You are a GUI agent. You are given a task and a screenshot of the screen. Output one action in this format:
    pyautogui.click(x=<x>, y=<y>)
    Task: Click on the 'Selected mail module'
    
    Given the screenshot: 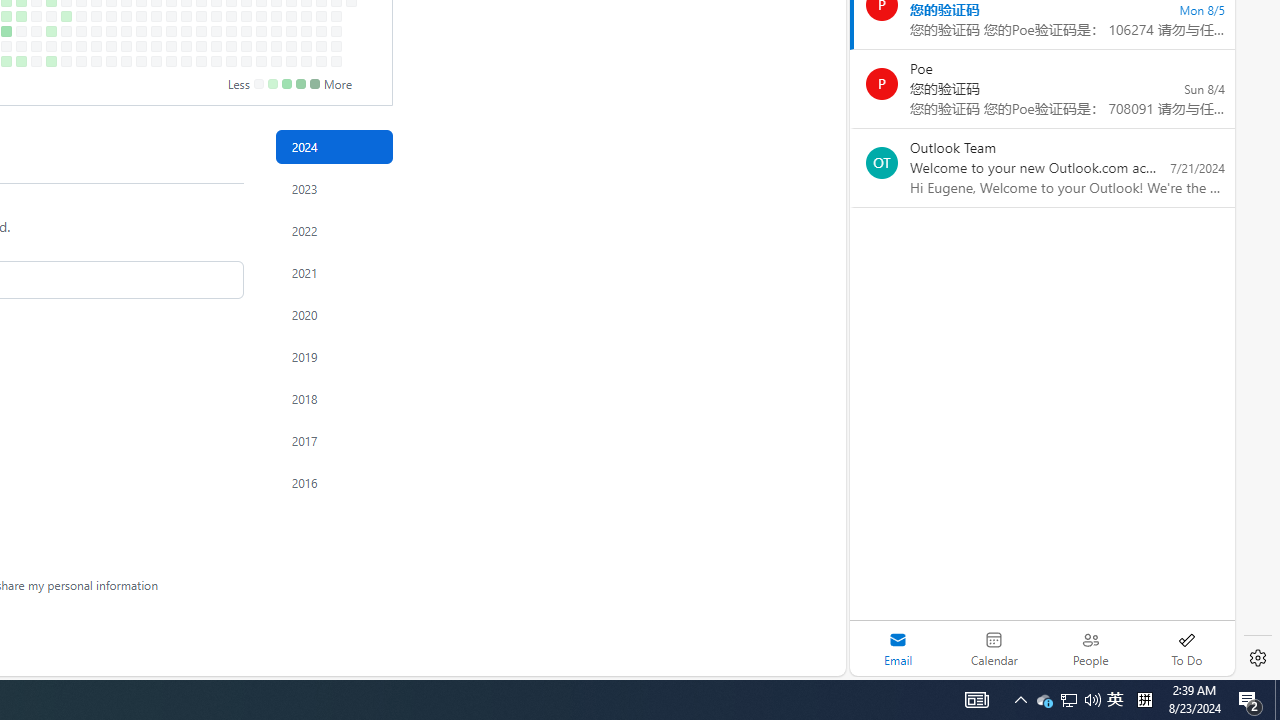 What is the action you would take?
    pyautogui.click(x=897, y=648)
    